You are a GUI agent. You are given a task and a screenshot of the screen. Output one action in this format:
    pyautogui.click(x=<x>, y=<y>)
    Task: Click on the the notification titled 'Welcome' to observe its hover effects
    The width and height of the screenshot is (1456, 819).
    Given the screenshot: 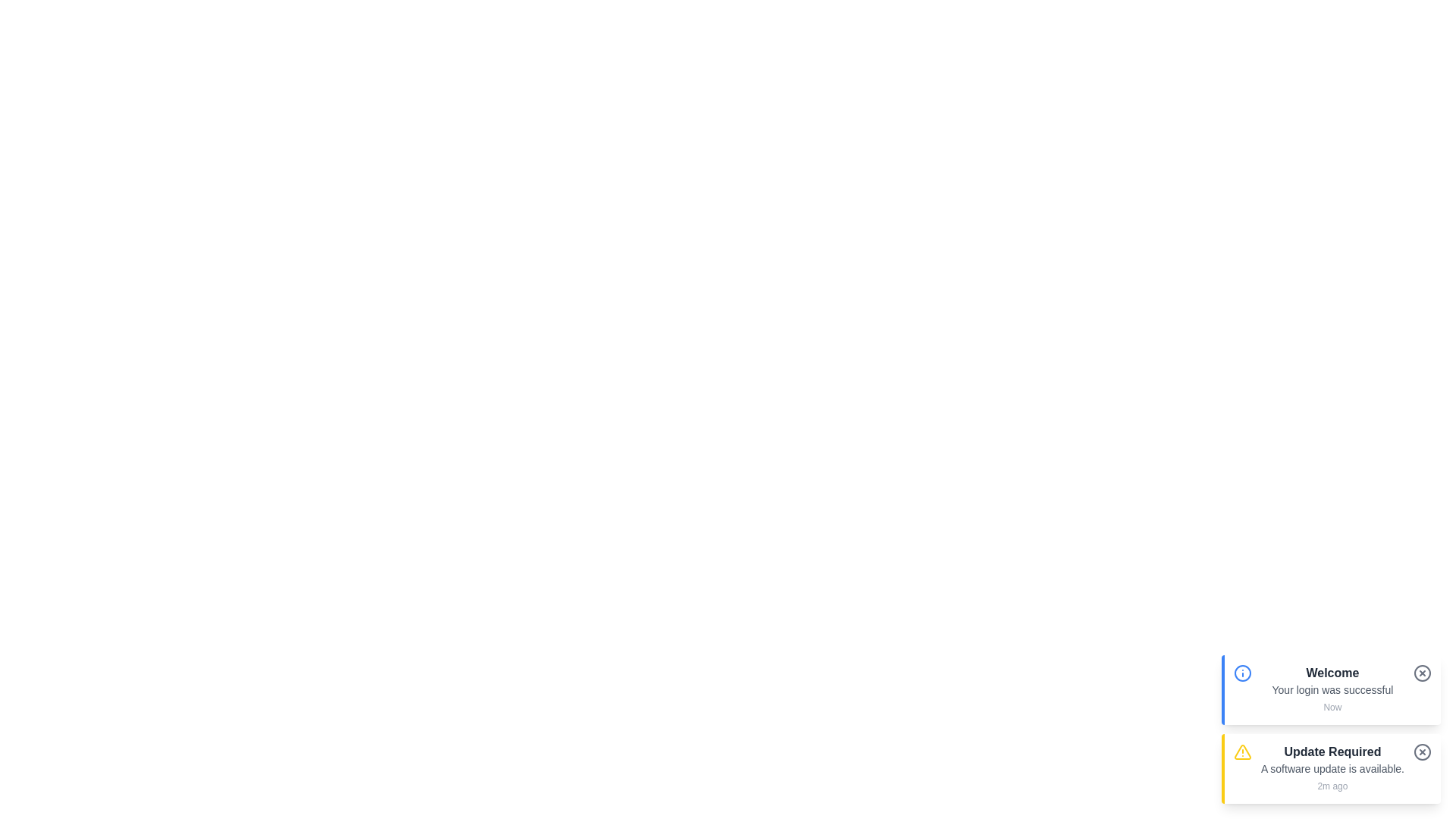 What is the action you would take?
    pyautogui.click(x=1330, y=690)
    